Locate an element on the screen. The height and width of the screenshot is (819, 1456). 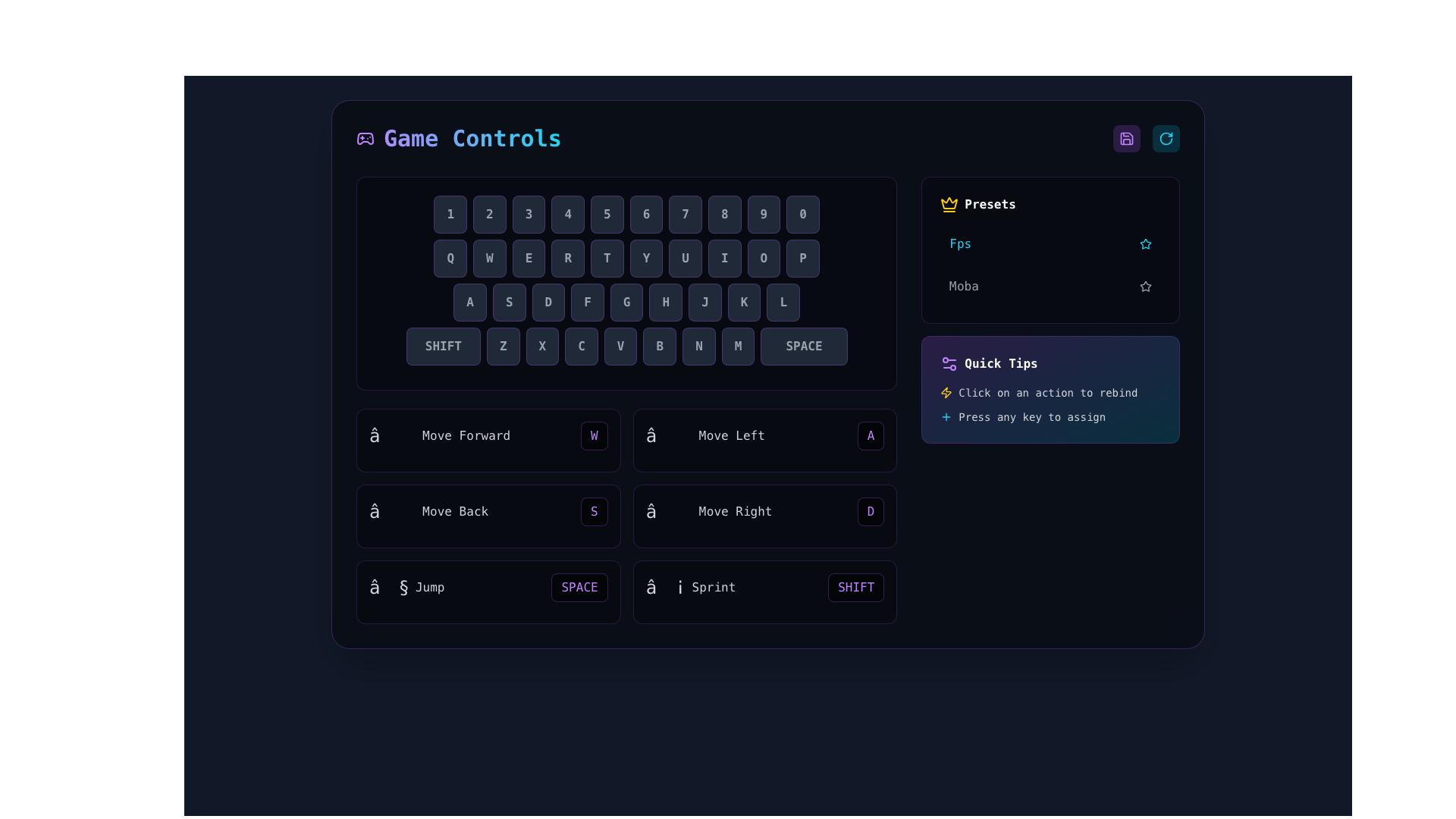
the key-shaped button displaying 'F' that is centrally aligned in the virtual keyboard layout, located between buttons 'D' and 'G' is located at coordinates (587, 302).